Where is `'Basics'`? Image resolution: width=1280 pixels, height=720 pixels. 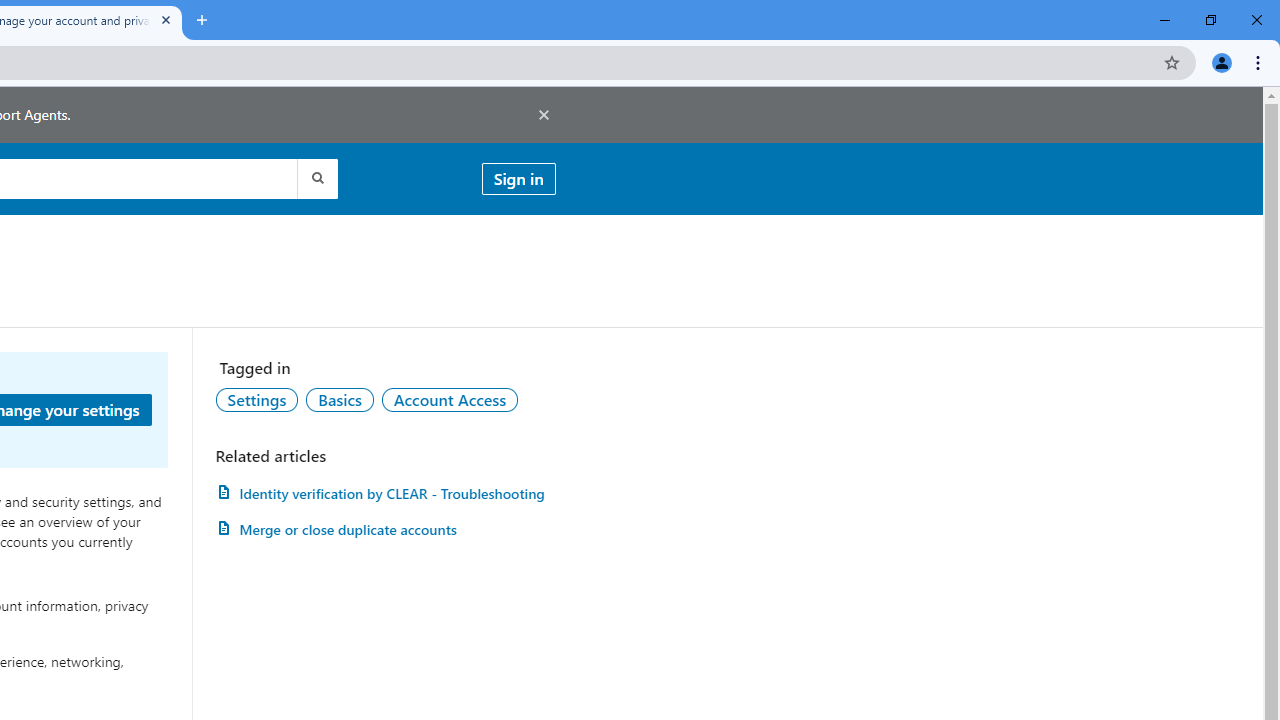
'Basics' is located at coordinates (339, 399).